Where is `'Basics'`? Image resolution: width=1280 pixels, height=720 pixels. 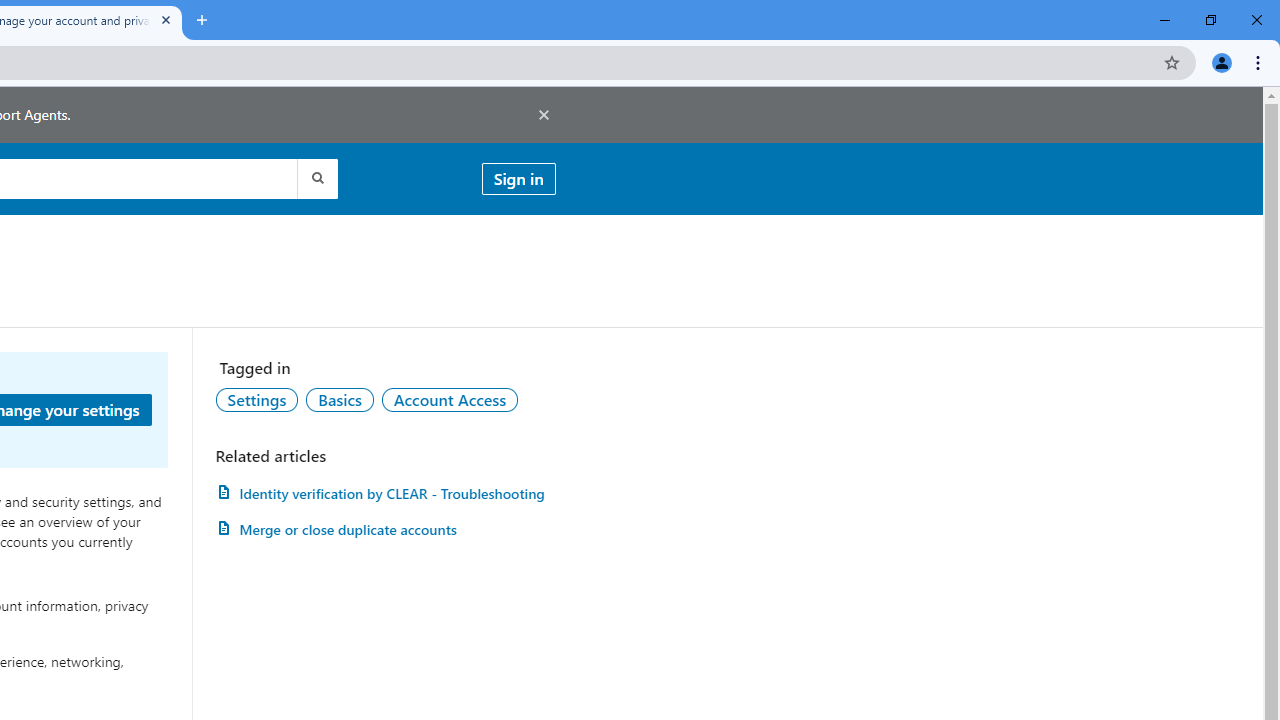
'Basics' is located at coordinates (339, 399).